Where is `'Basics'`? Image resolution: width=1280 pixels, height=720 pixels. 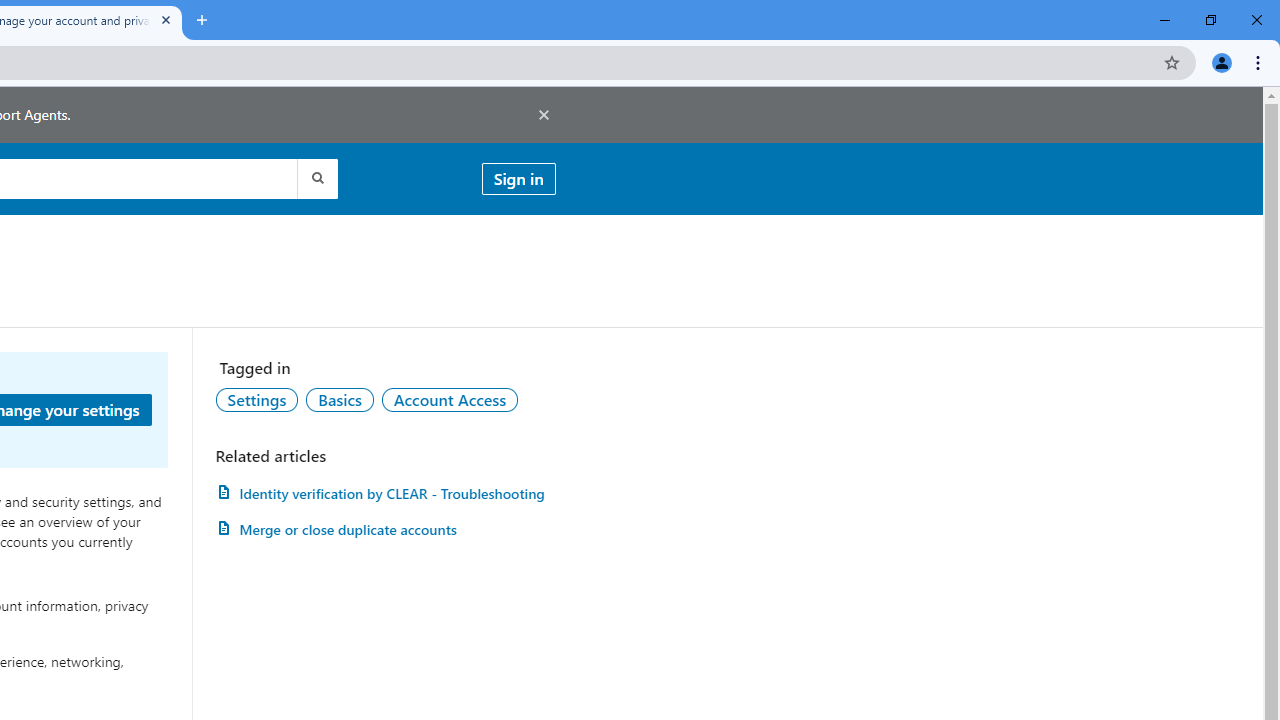
'Basics' is located at coordinates (339, 399).